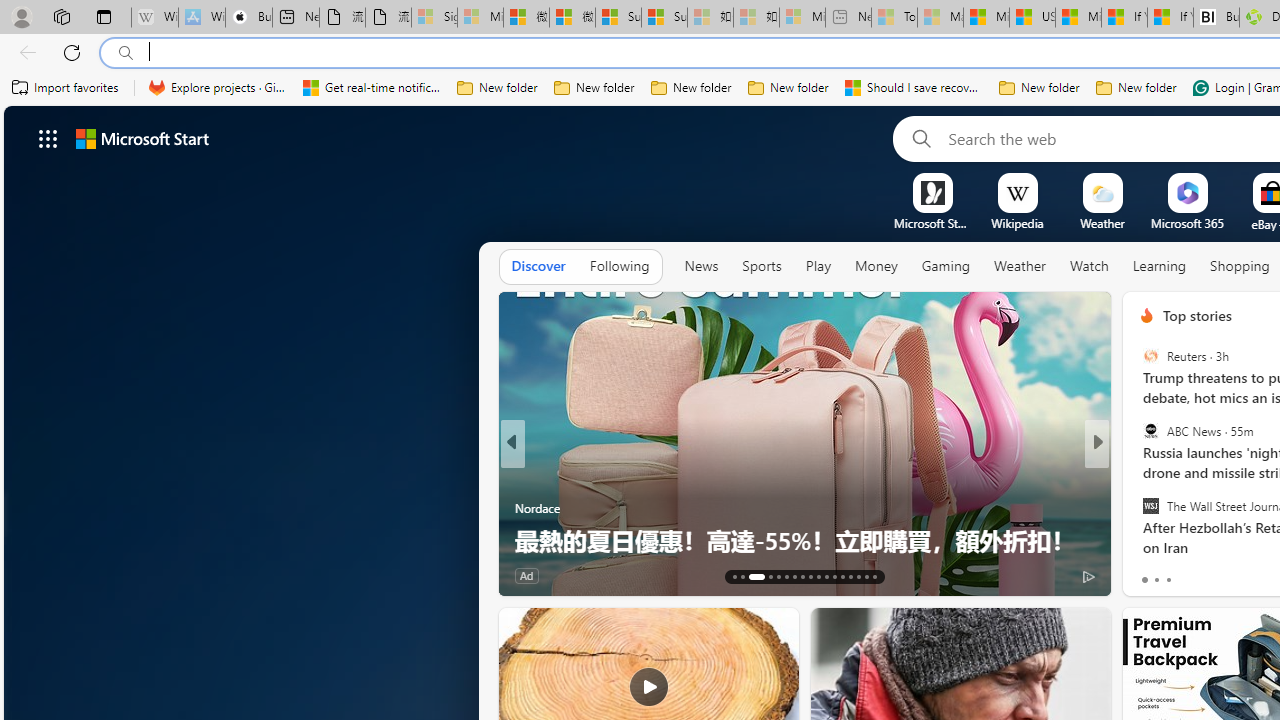  I want to click on 'Reader', so click(1138, 475).